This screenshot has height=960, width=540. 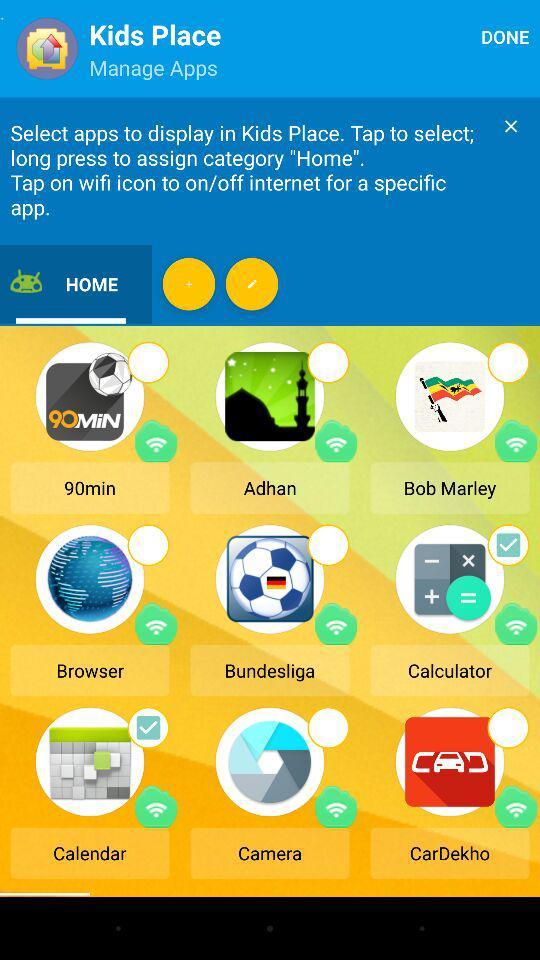 I want to click on wifi option, so click(x=516, y=441).